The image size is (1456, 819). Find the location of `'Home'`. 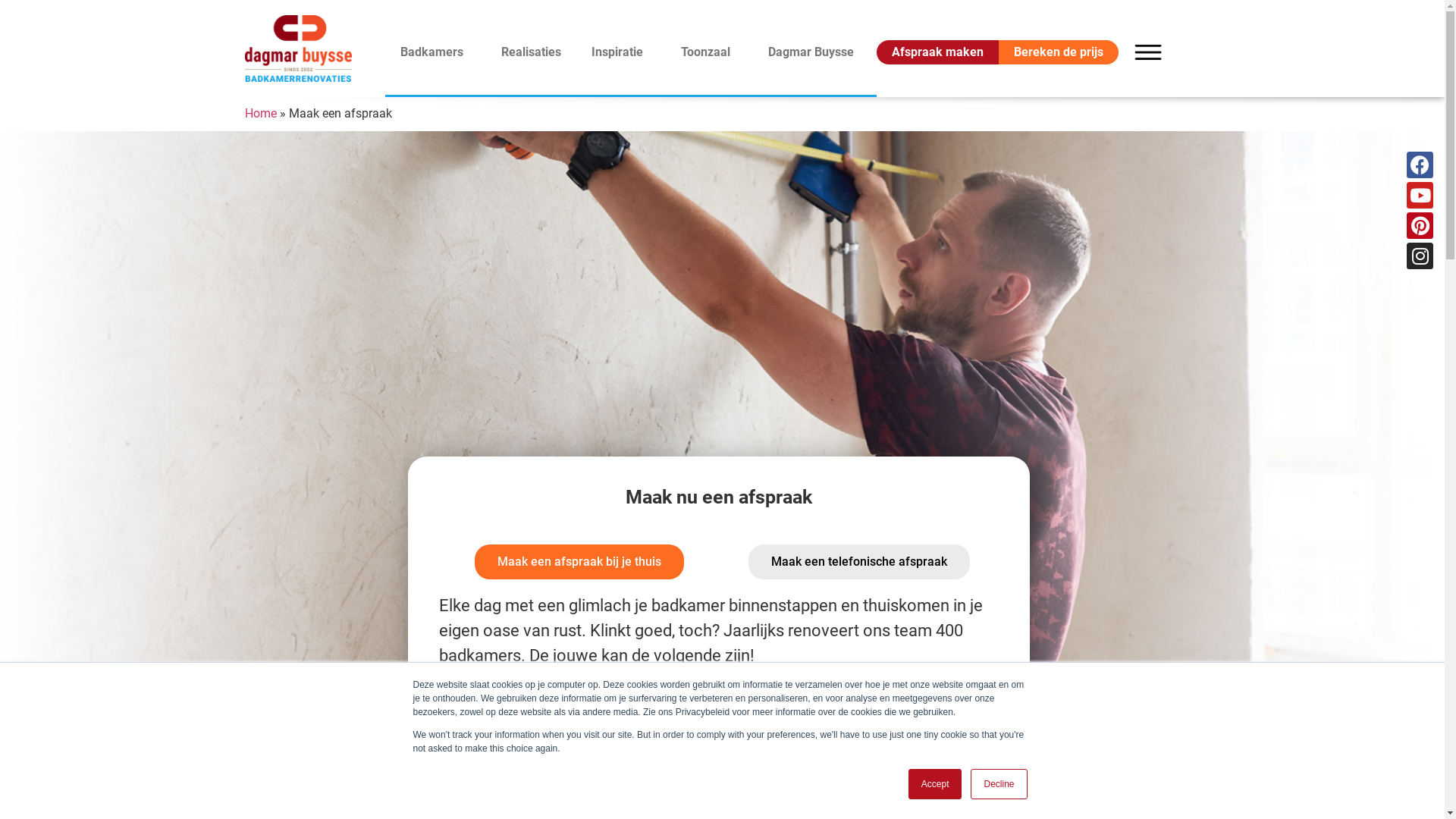

'Home' is located at coordinates (243, 112).